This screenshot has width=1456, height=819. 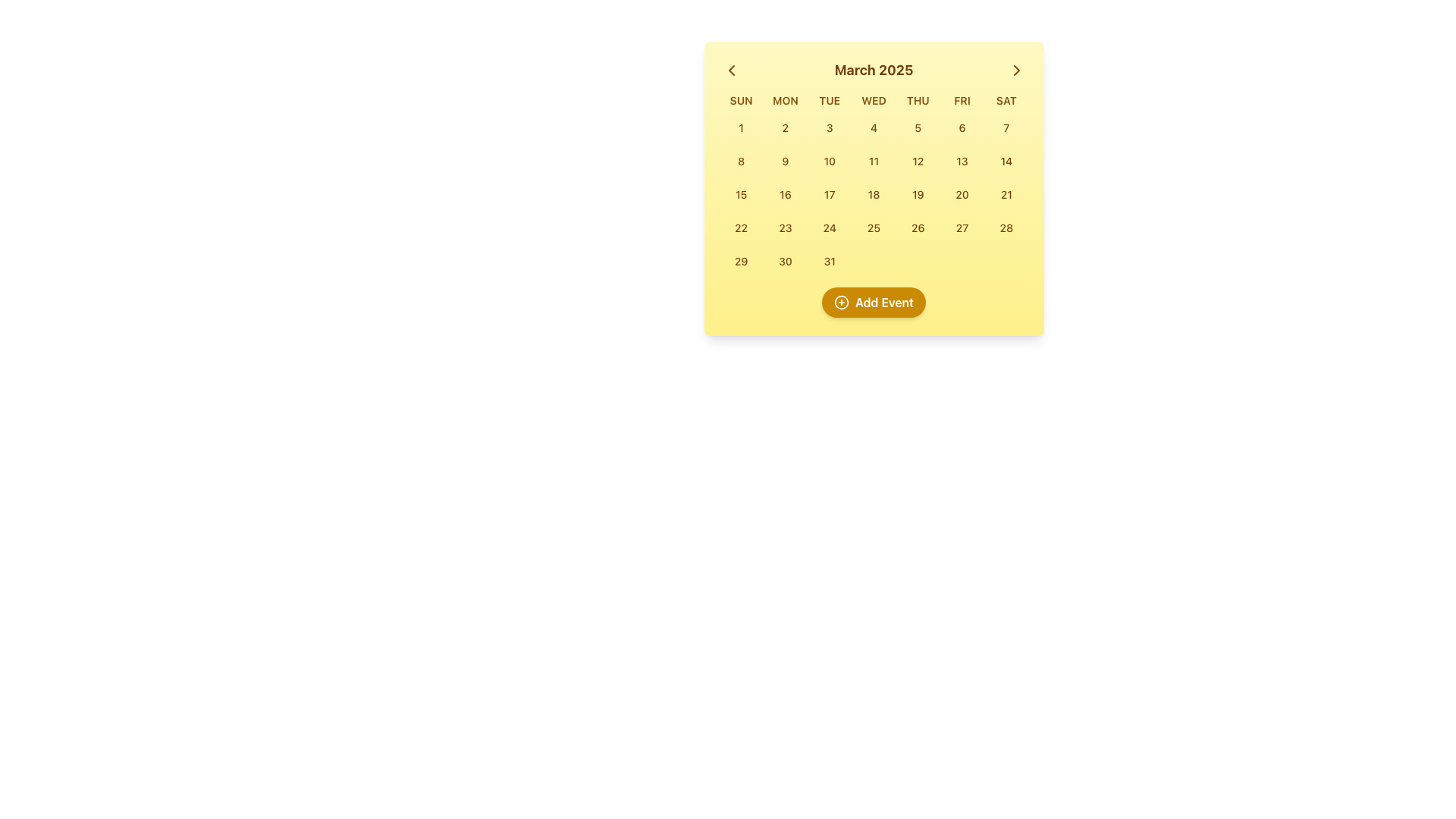 I want to click on the right-pointing chevron icon located near the top-right corner of the calendar interface, so click(x=1016, y=70).